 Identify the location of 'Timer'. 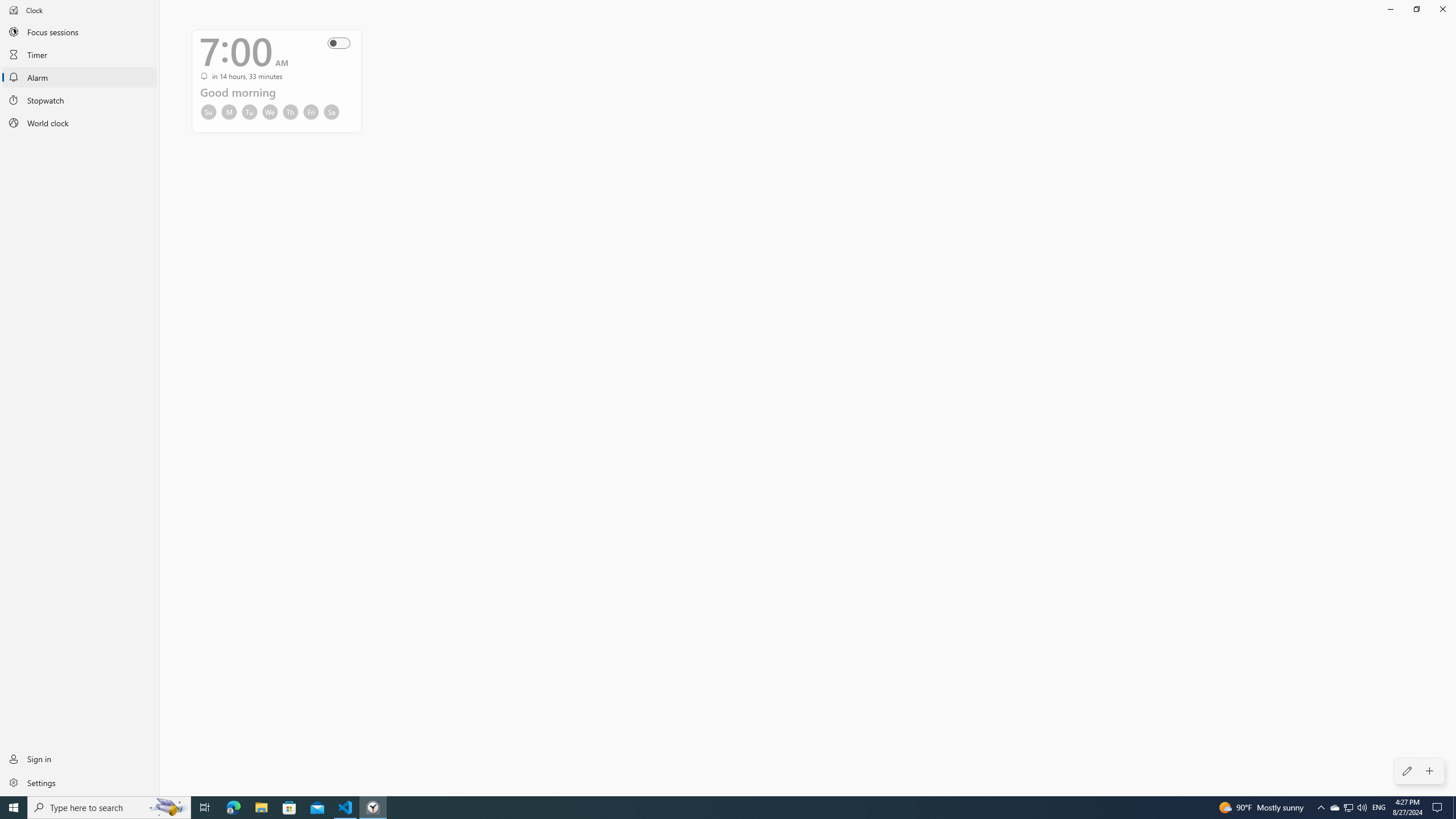
(79, 54).